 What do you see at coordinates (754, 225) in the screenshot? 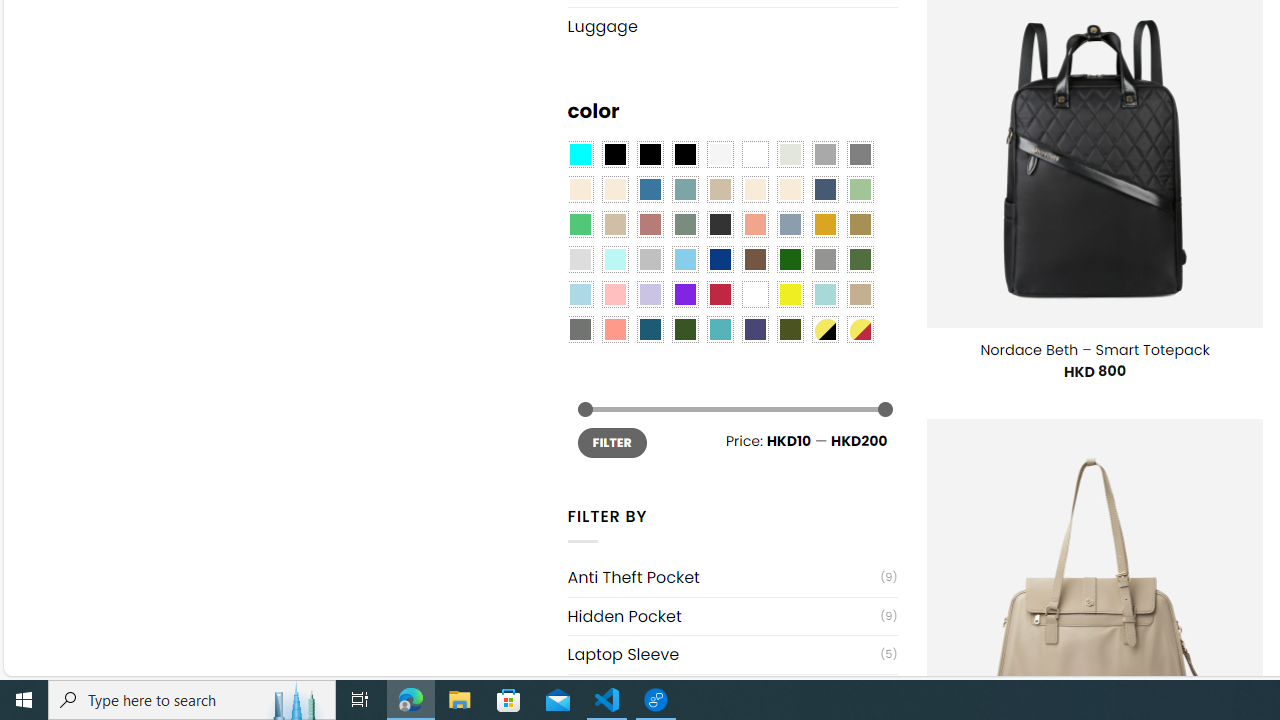
I see `'Coral'` at bounding box center [754, 225].